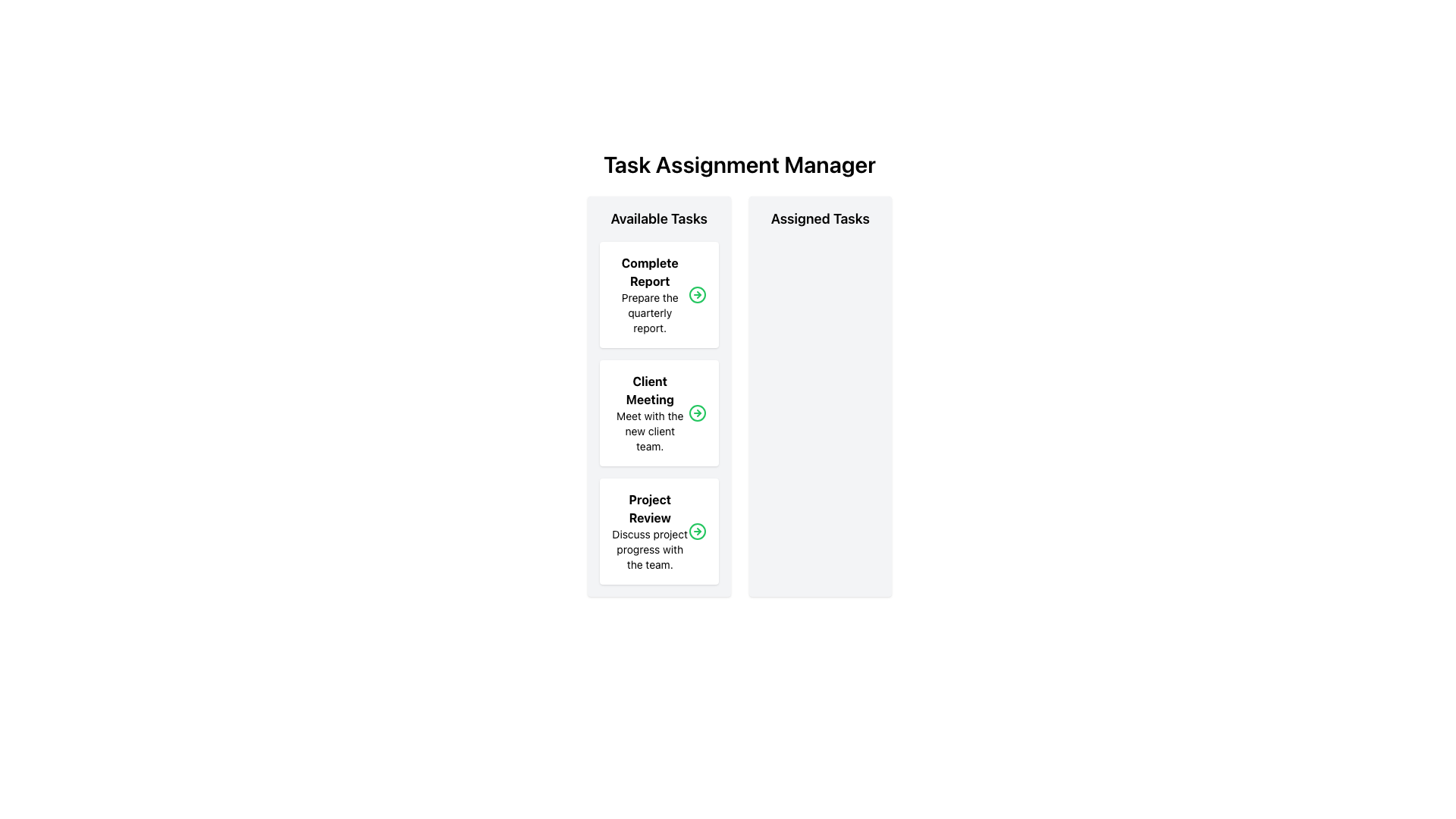 Image resolution: width=1456 pixels, height=819 pixels. Describe the element at coordinates (650, 413) in the screenshot. I see `the Text block titled 'Client Meeting' with the description 'Meet with the new client team.' located in the second card of the 'Available Tasks' column` at that location.